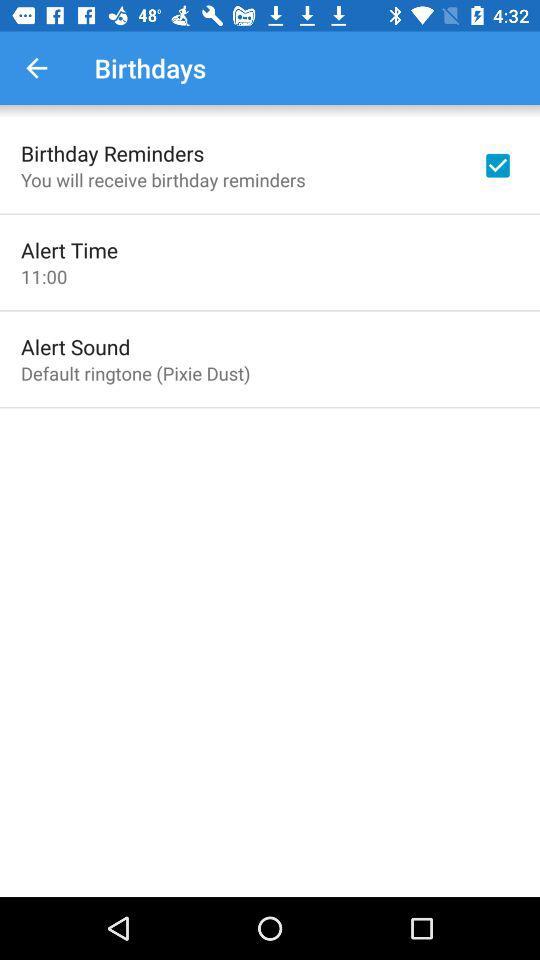 This screenshot has height=960, width=540. I want to click on item below alert sound icon, so click(135, 372).